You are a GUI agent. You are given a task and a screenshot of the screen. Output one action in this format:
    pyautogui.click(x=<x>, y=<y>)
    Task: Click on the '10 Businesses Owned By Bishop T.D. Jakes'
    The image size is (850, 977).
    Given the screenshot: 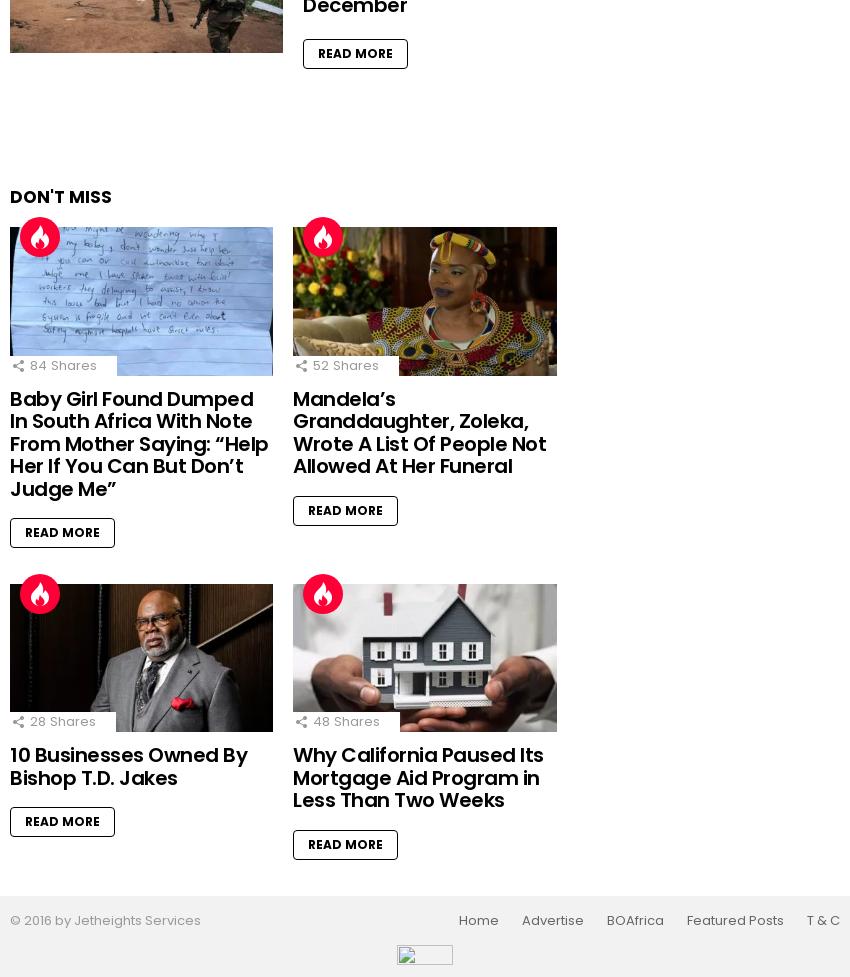 What is the action you would take?
    pyautogui.click(x=128, y=765)
    